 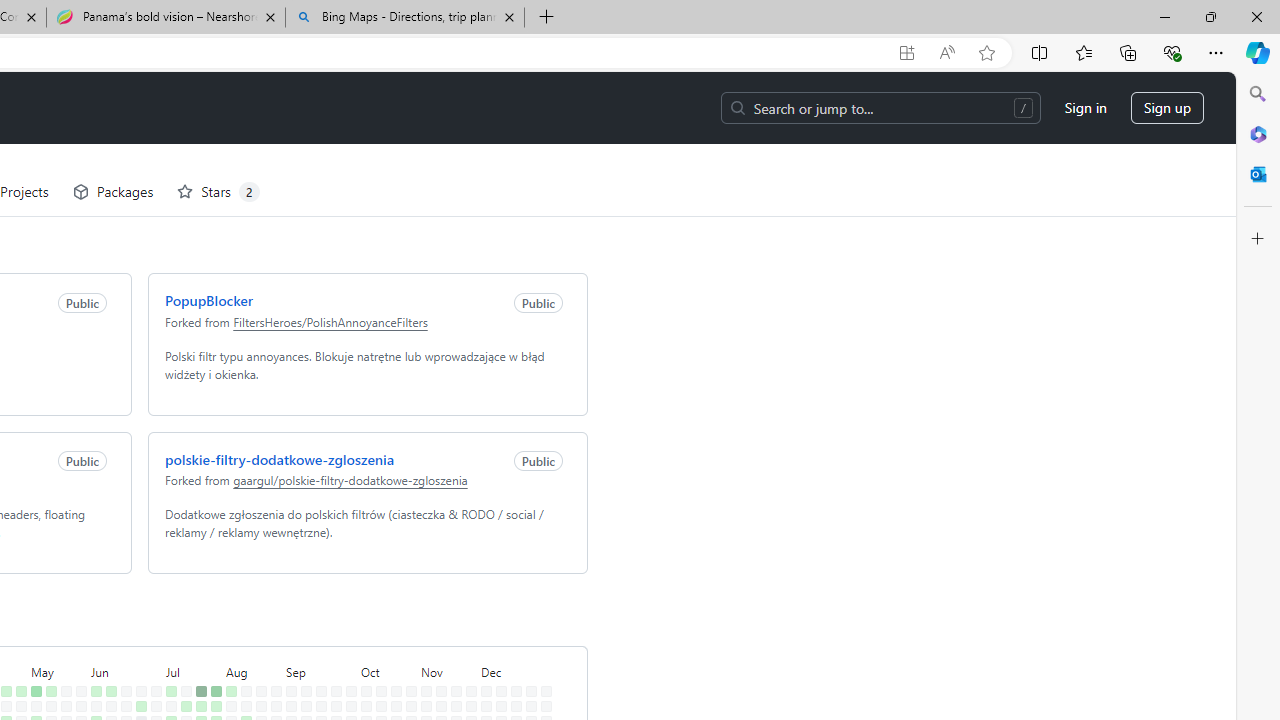 I want to click on 'No contributions on September 19th.', so click(x=316, y=678).